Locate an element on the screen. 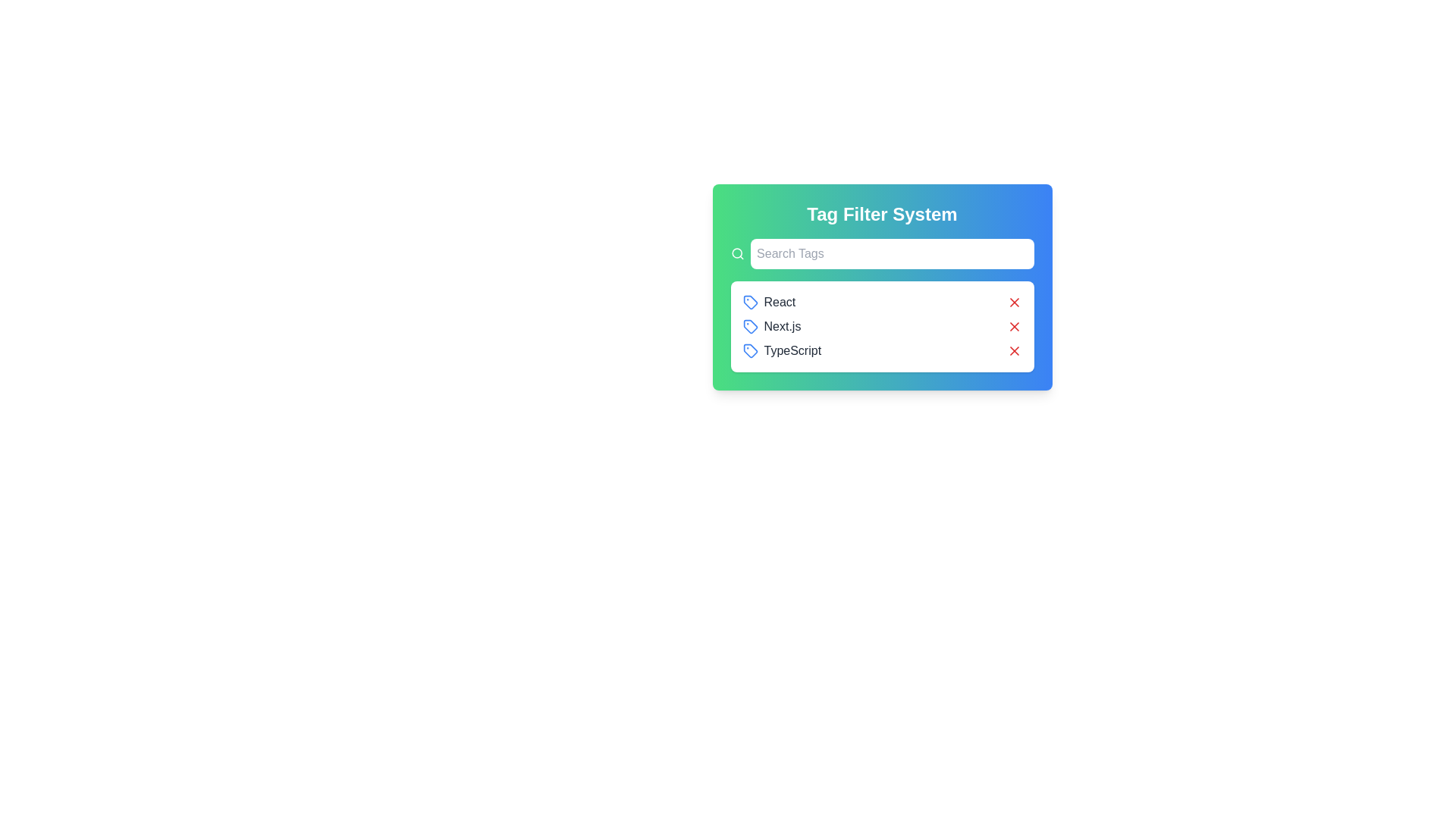 The width and height of the screenshot is (1456, 819). the delete button for the 'TypeScript' tag is located at coordinates (1014, 350).